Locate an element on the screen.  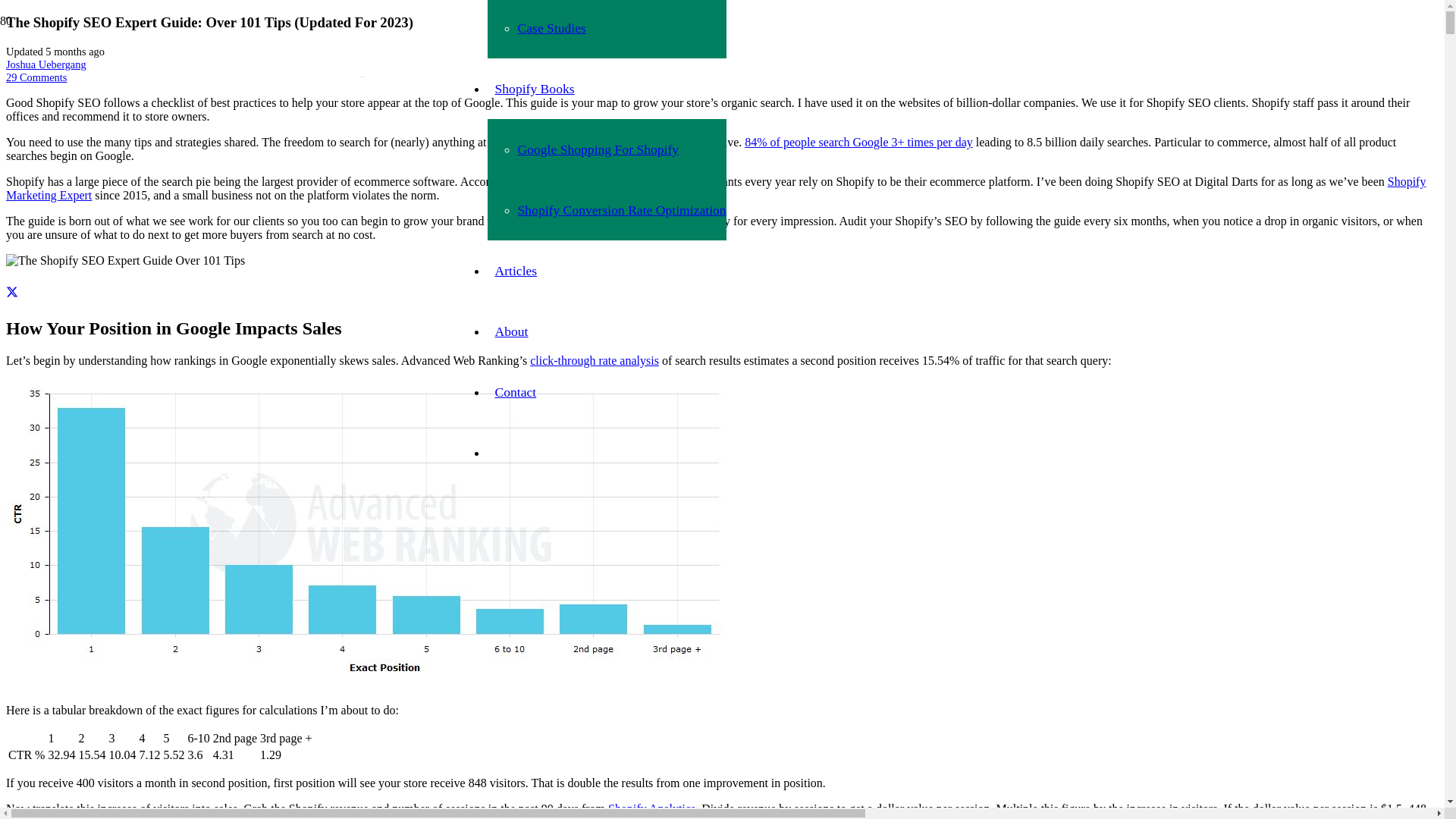
'Shopify Analytics' is located at coordinates (651, 808).